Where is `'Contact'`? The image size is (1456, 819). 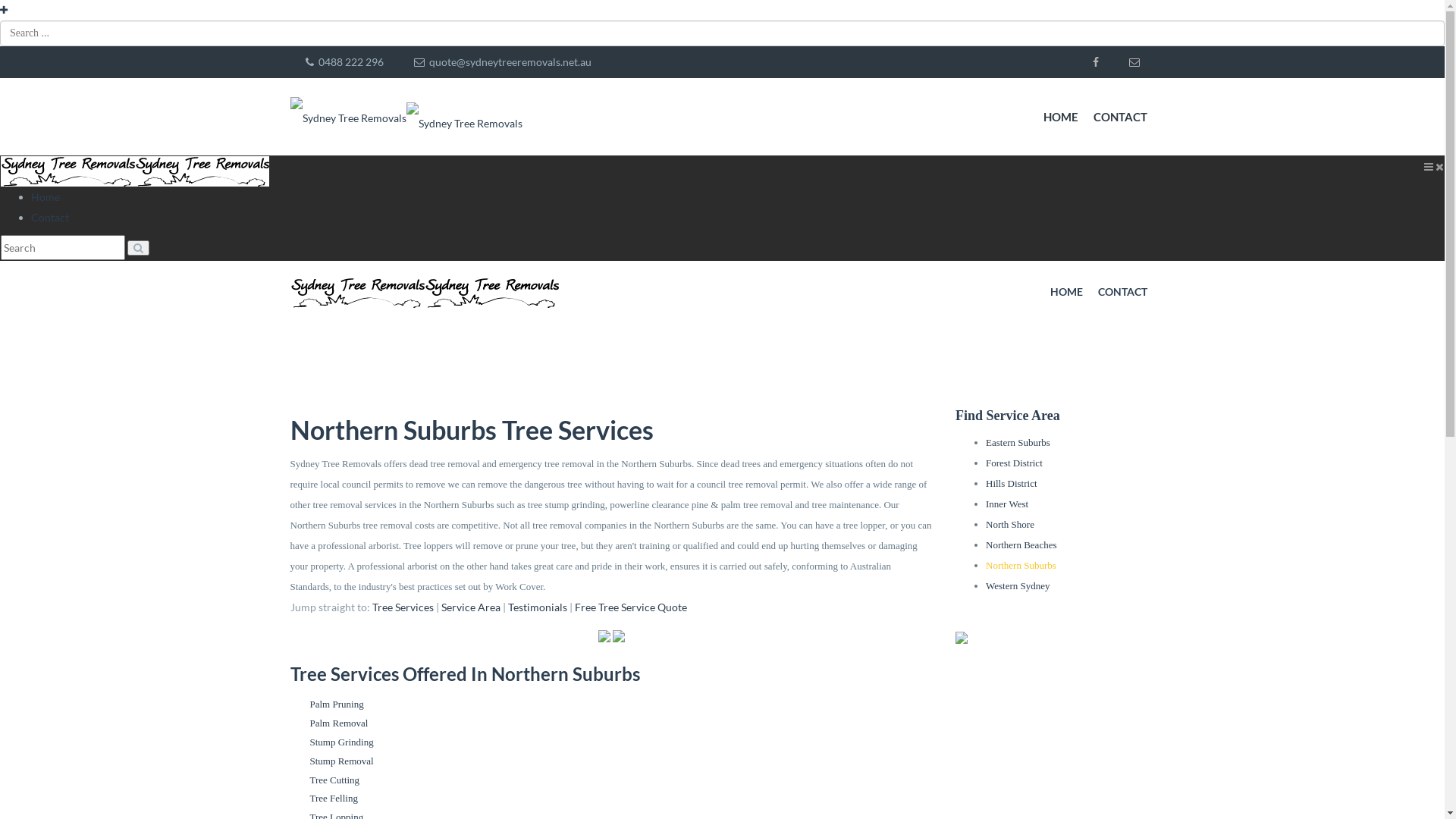
'Contact' is located at coordinates (50, 217).